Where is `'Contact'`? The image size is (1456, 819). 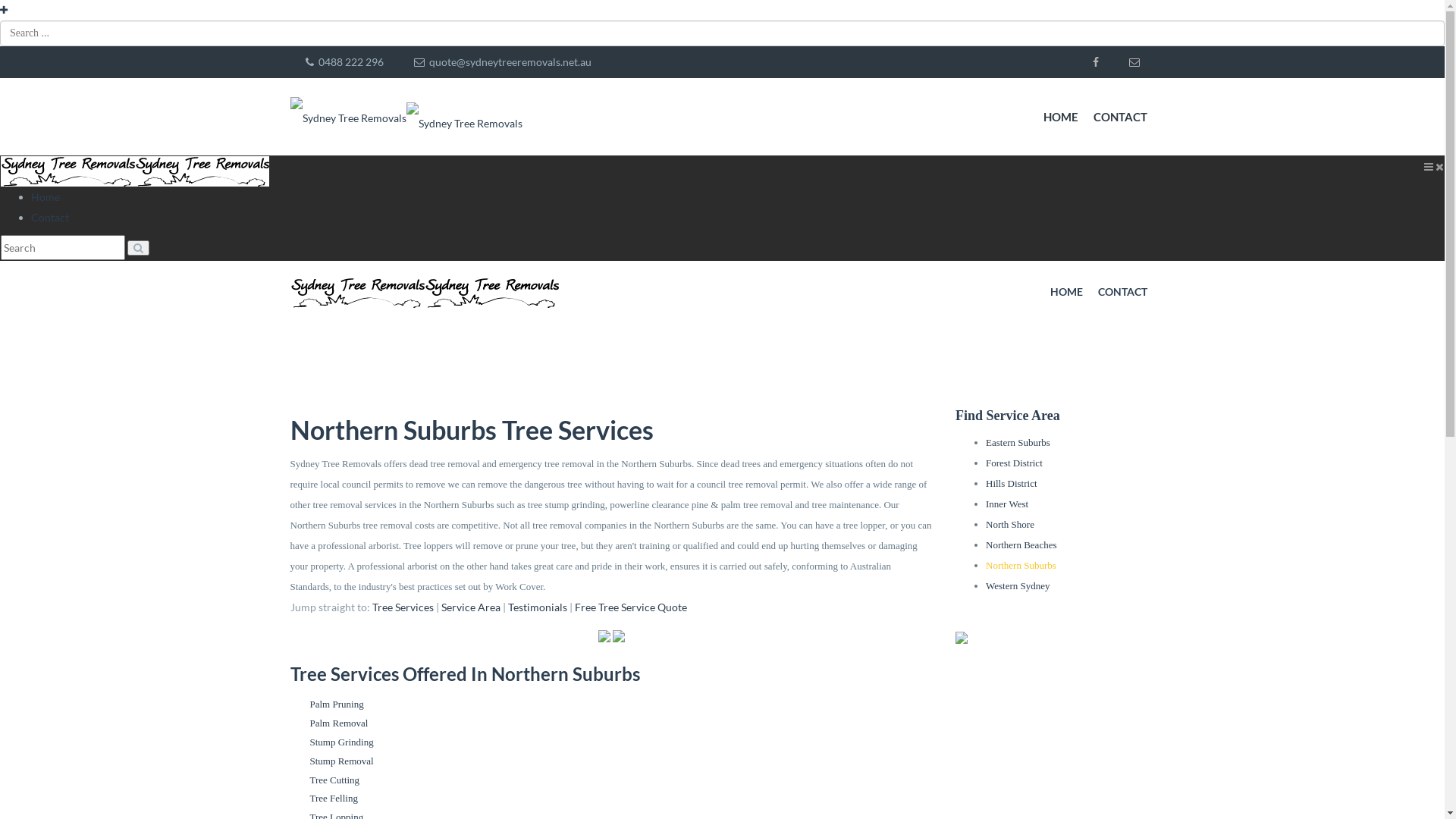
'Contact' is located at coordinates (50, 217).